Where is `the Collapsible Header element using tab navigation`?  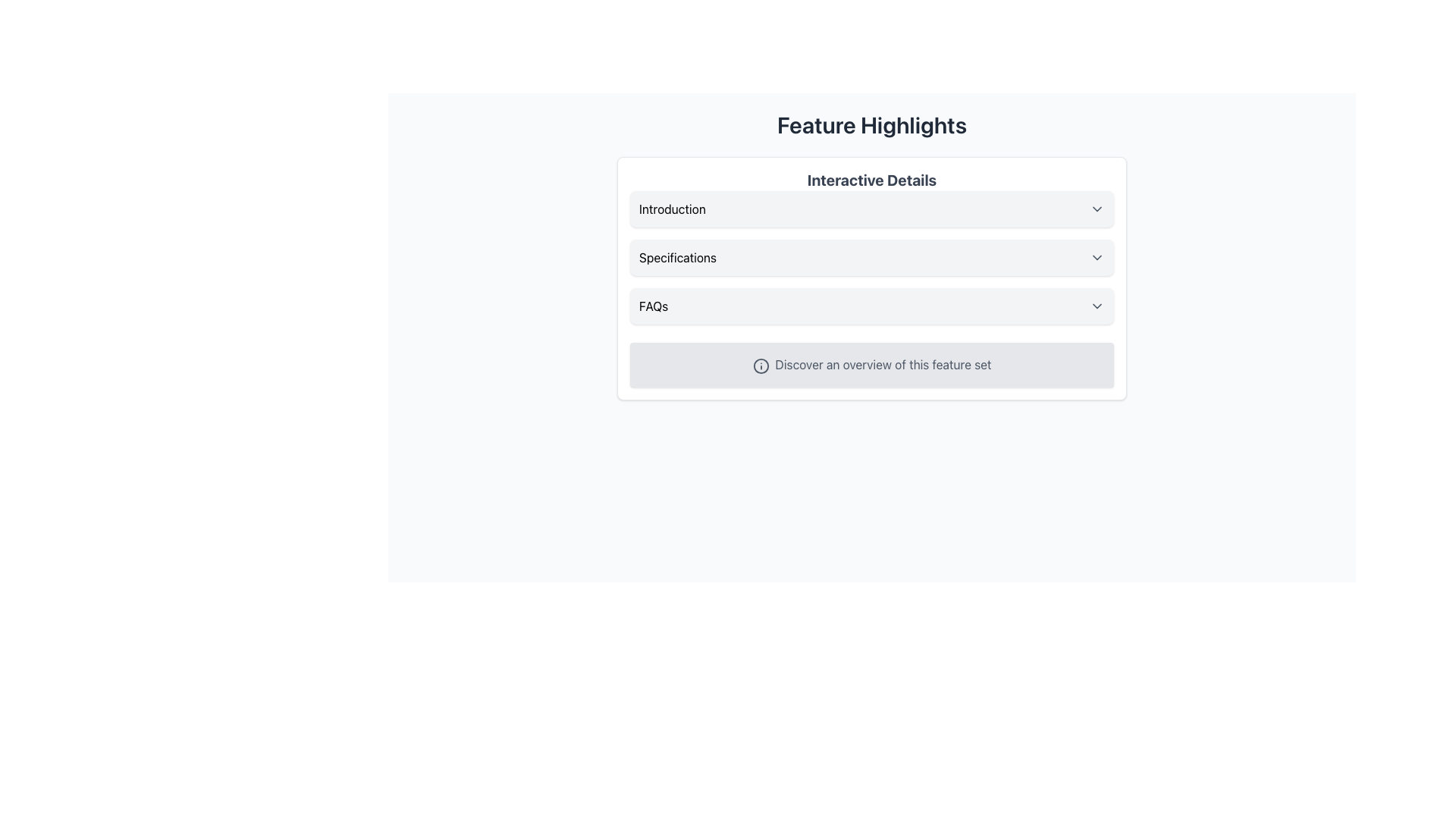
the Collapsible Header element using tab navigation is located at coordinates (872, 209).